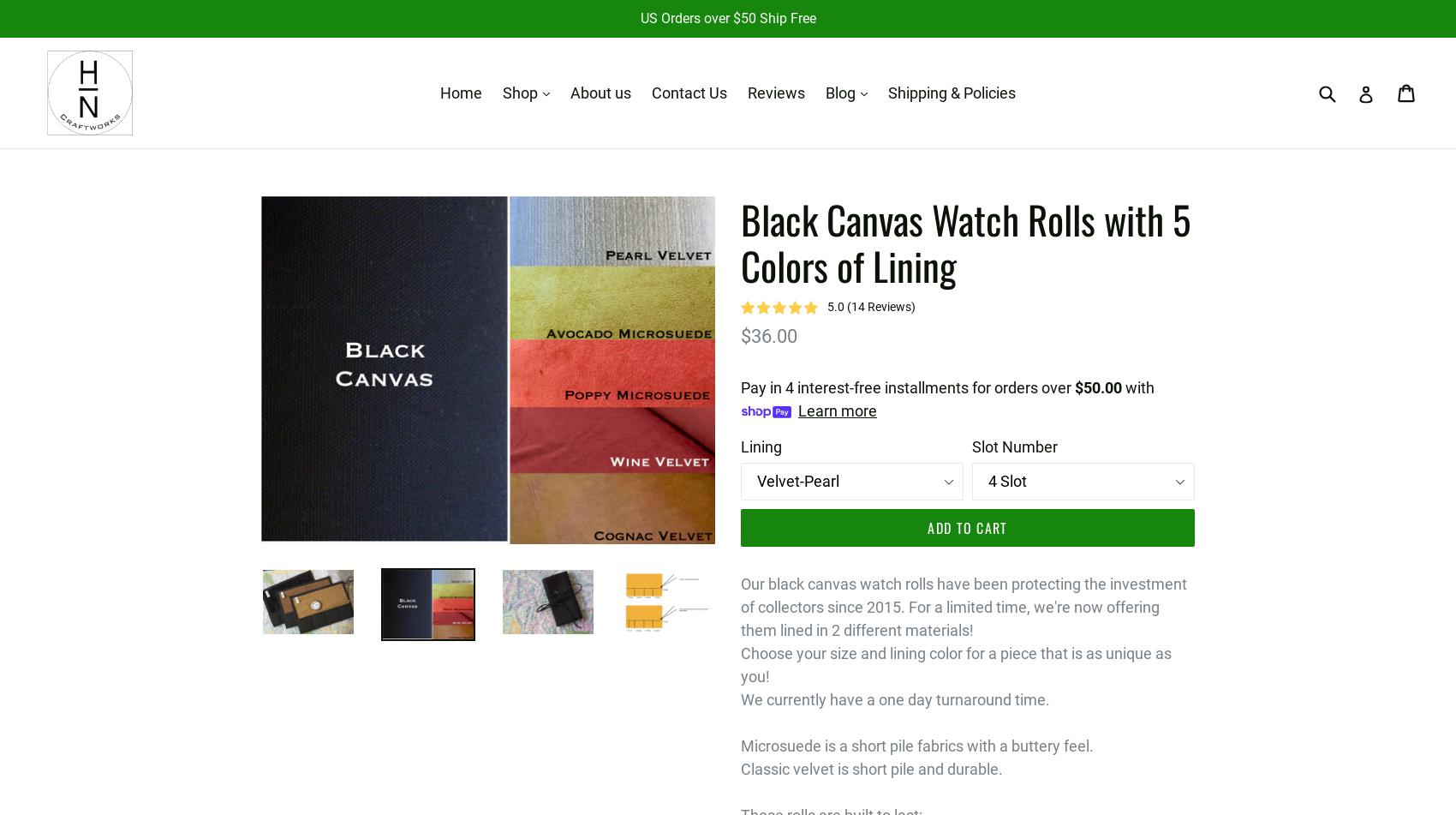 This screenshot has height=815, width=1456. What do you see at coordinates (952, 93) in the screenshot?
I see `'Shipping & Policies'` at bounding box center [952, 93].